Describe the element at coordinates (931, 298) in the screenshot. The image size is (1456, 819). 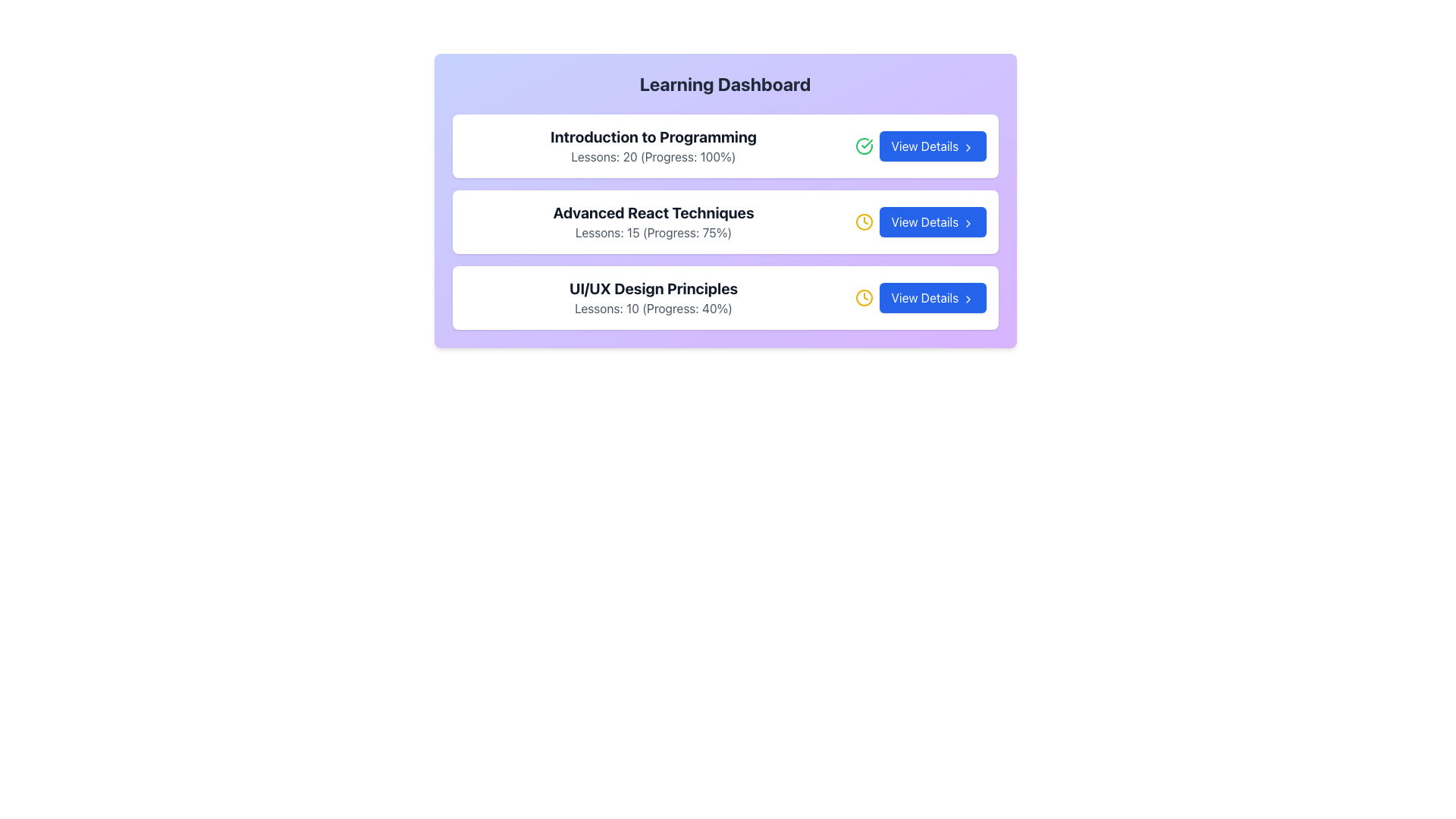
I see `the third 'View Details' button located on the right side of the 'UI/UX Design Principles' card in the 'Learning Dashboard'` at that location.